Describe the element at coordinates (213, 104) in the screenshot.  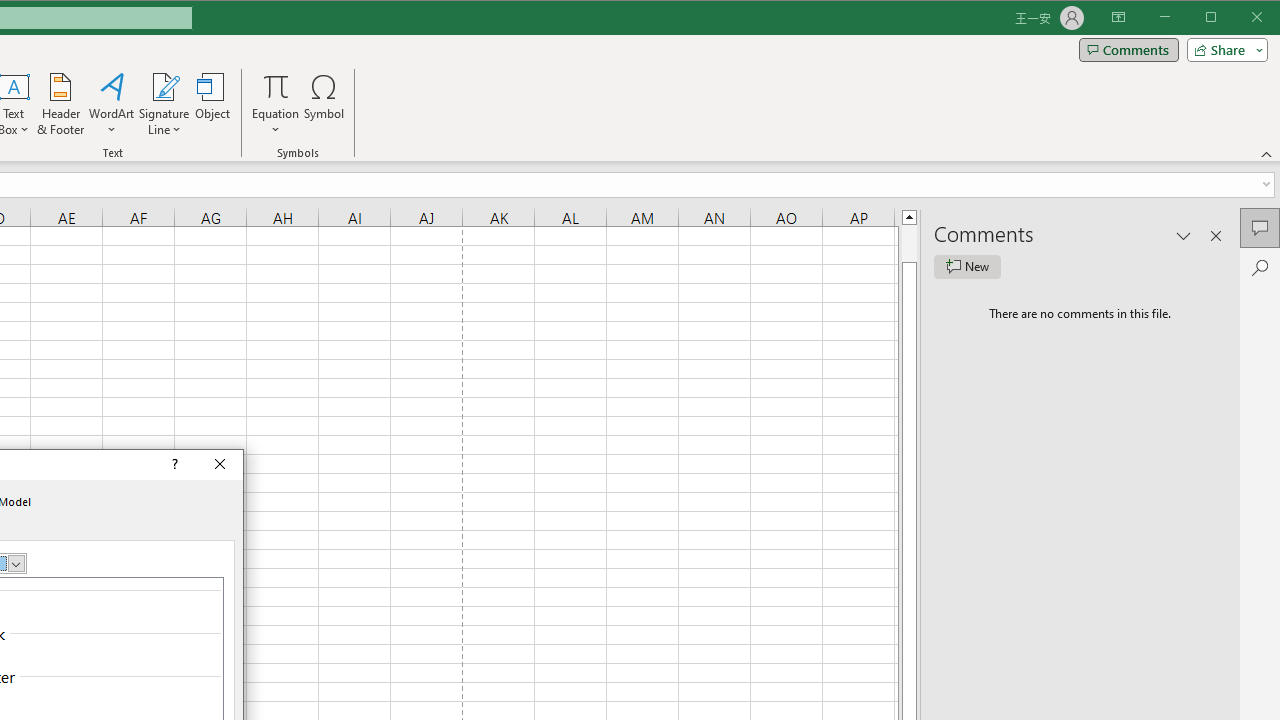
I see `'Object...'` at that location.